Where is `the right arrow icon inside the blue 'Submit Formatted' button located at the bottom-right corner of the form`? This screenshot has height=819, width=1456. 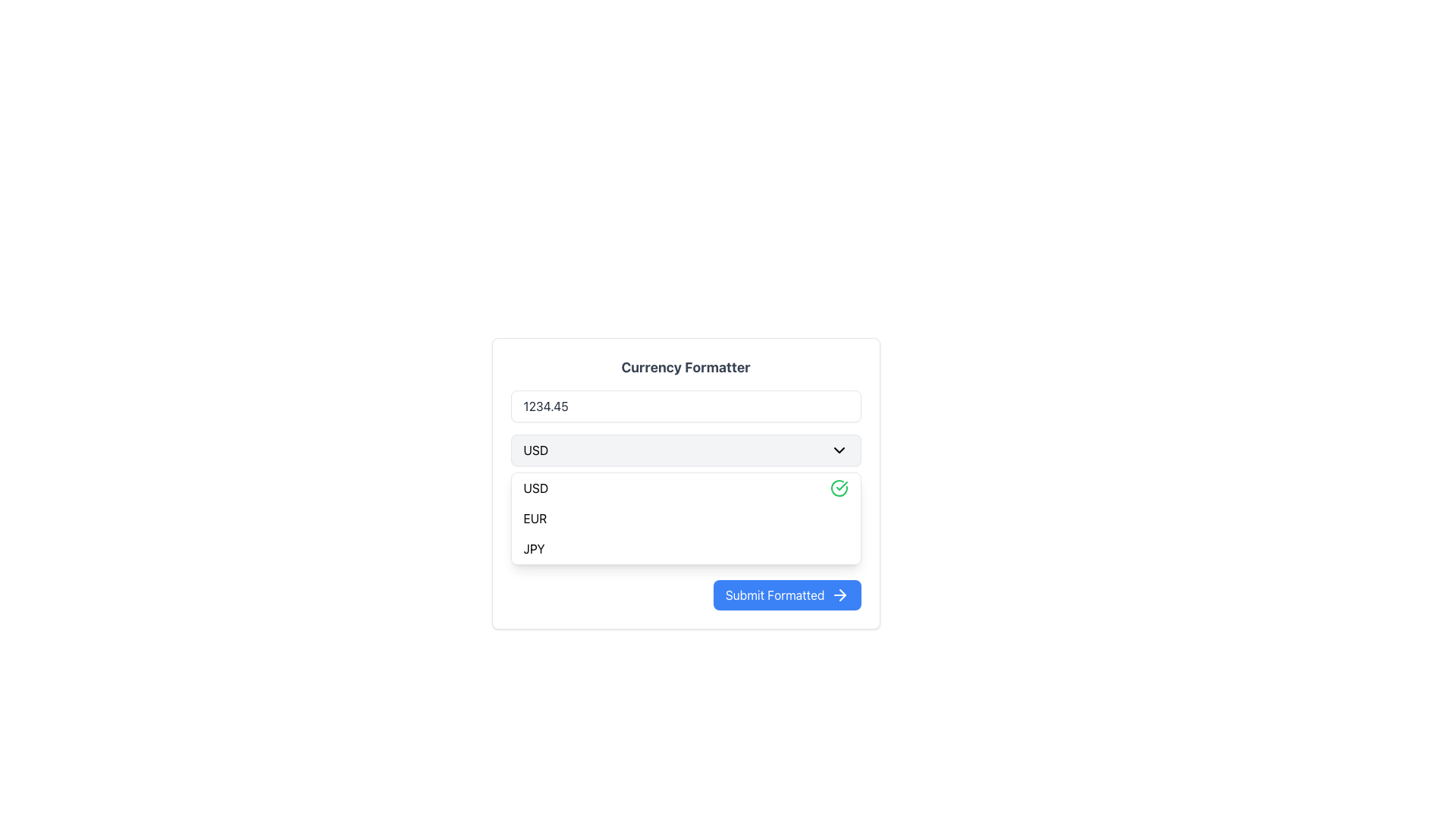 the right arrow icon inside the blue 'Submit Formatted' button located at the bottom-right corner of the form is located at coordinates (839, 595).